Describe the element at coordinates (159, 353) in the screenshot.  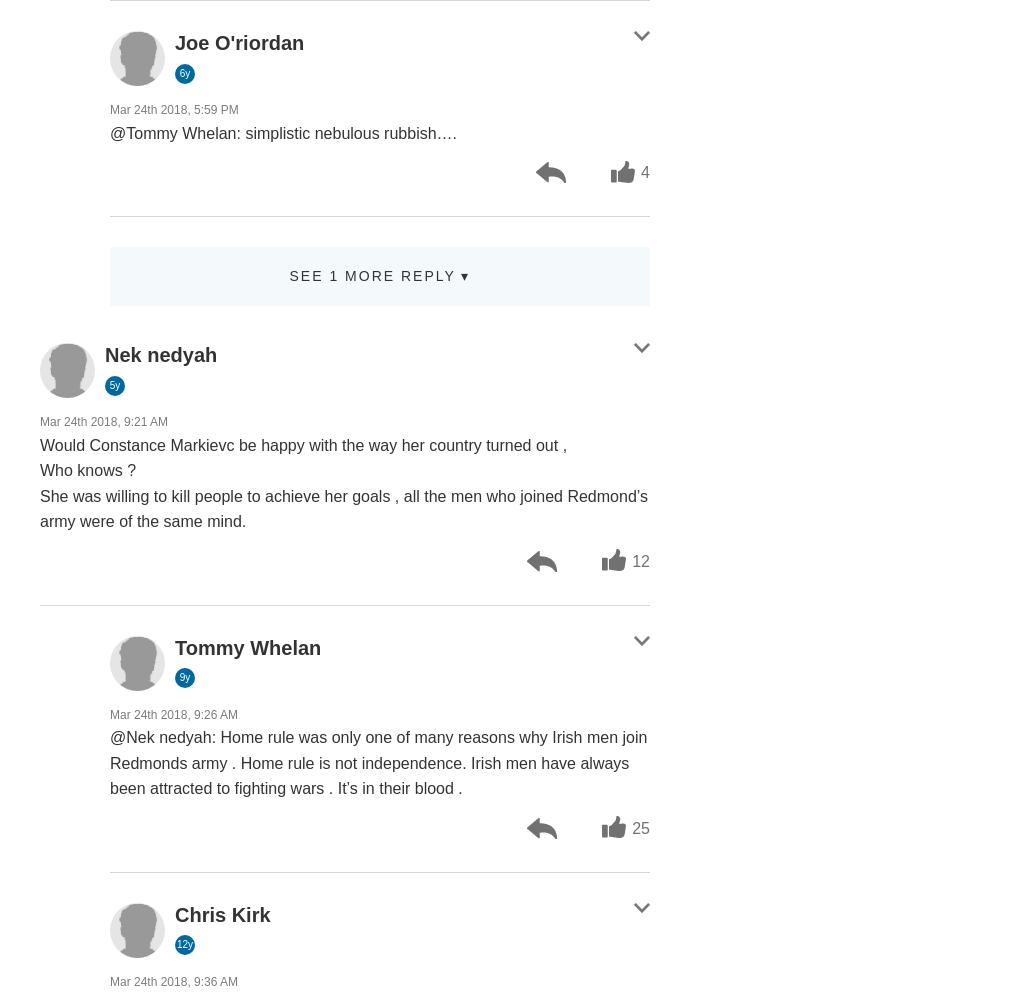
I see `'Nek nedyah'` at that location.